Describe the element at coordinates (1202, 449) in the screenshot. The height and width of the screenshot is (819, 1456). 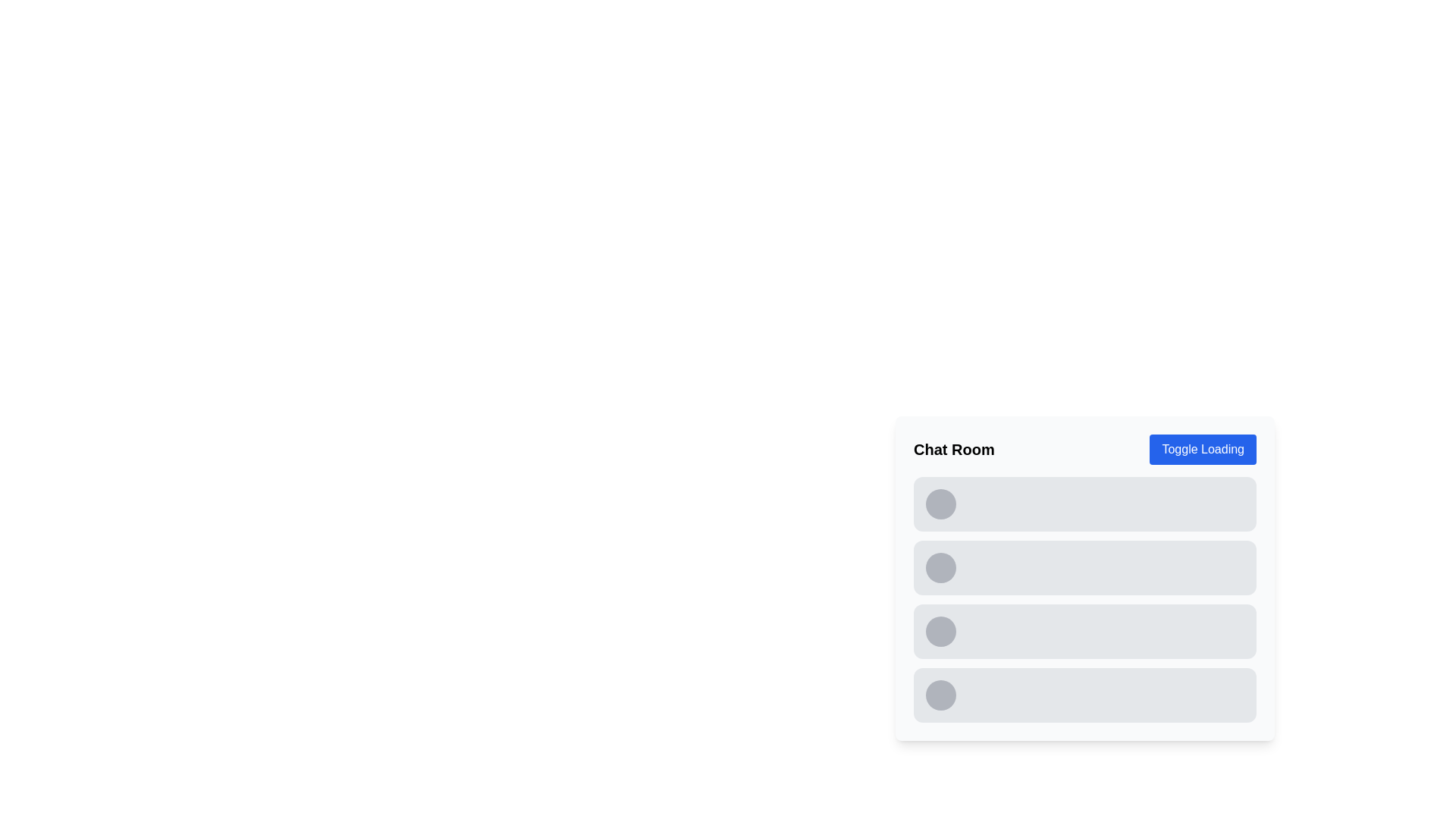
I see `the rectangular button with a blue background and white text labeled 'Toggle Loading'` at that location.